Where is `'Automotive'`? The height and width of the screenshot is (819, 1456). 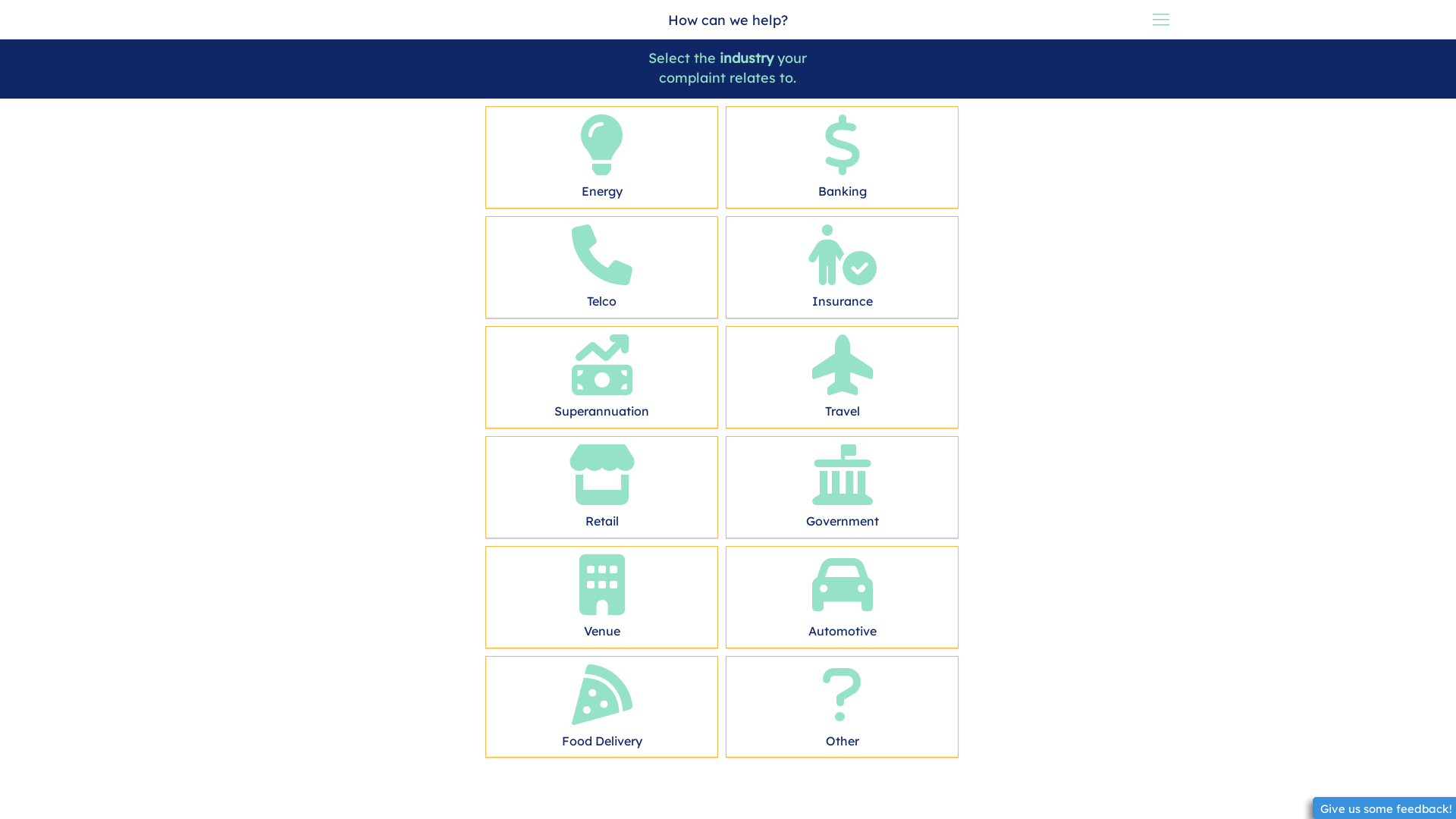 'Automotive' is located at coordinates (841, 592).